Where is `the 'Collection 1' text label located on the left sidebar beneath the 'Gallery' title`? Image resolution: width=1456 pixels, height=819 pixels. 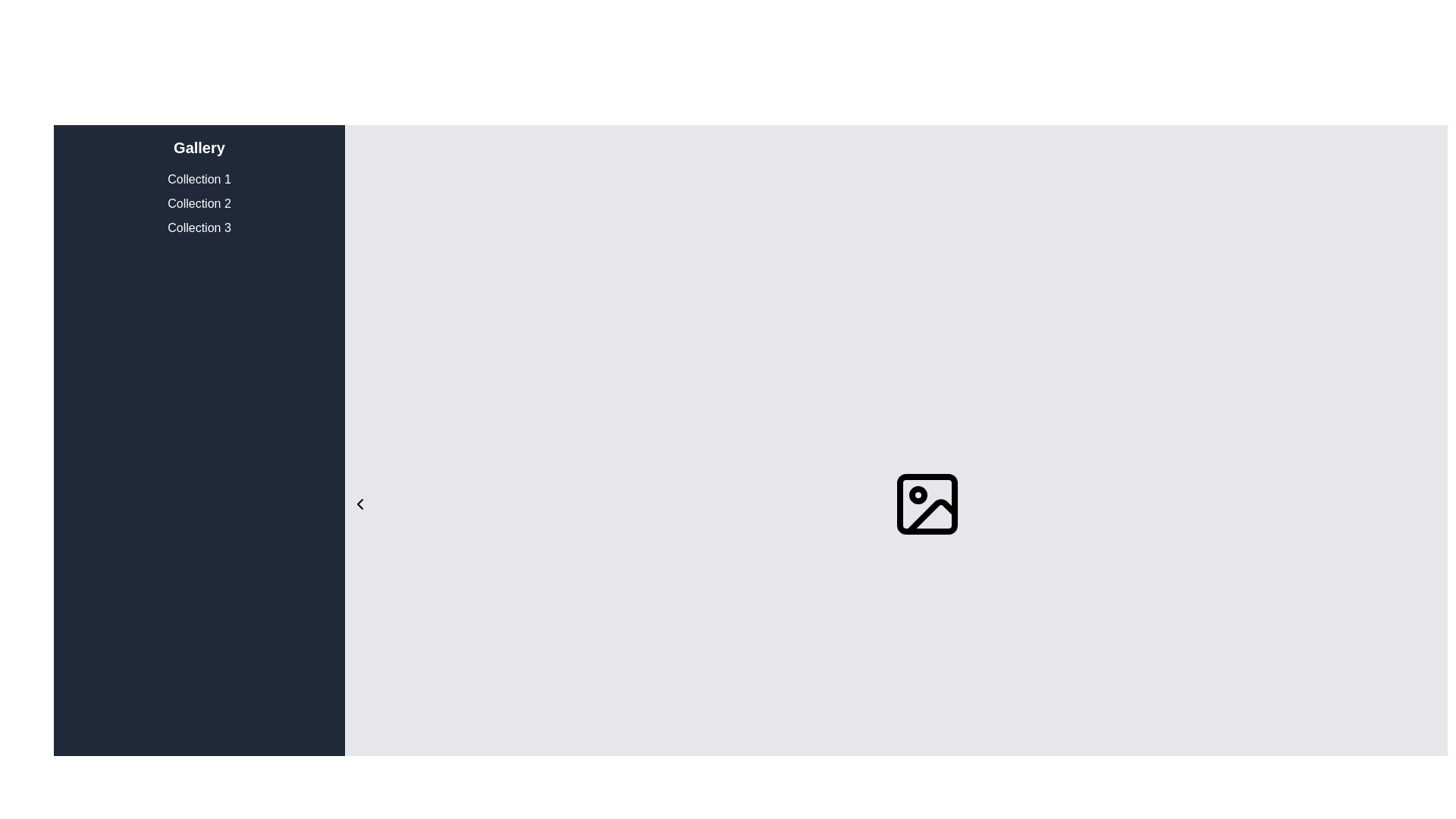 the 'Collection 1' text label located on the left sidebar beneath the 'Gallery' title is located at coordinates (199, 178).